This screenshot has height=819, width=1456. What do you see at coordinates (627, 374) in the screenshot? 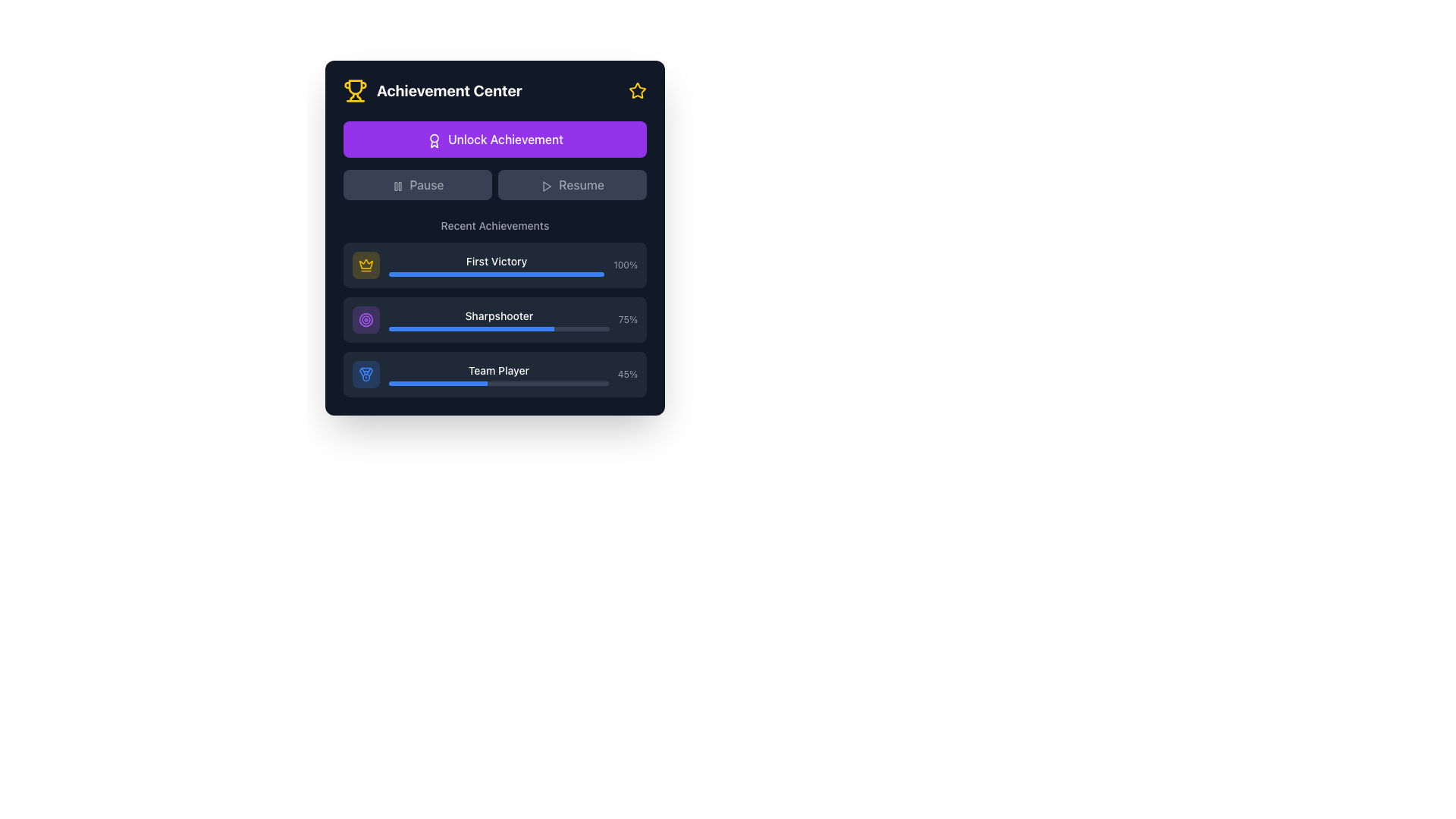
I see `percentage value displayed in the text label showing '45%' in a small light gray font, located in the bottom-right corner of the section aligned with the 'Team Player' progress bar` at bounding box center [627, 374].